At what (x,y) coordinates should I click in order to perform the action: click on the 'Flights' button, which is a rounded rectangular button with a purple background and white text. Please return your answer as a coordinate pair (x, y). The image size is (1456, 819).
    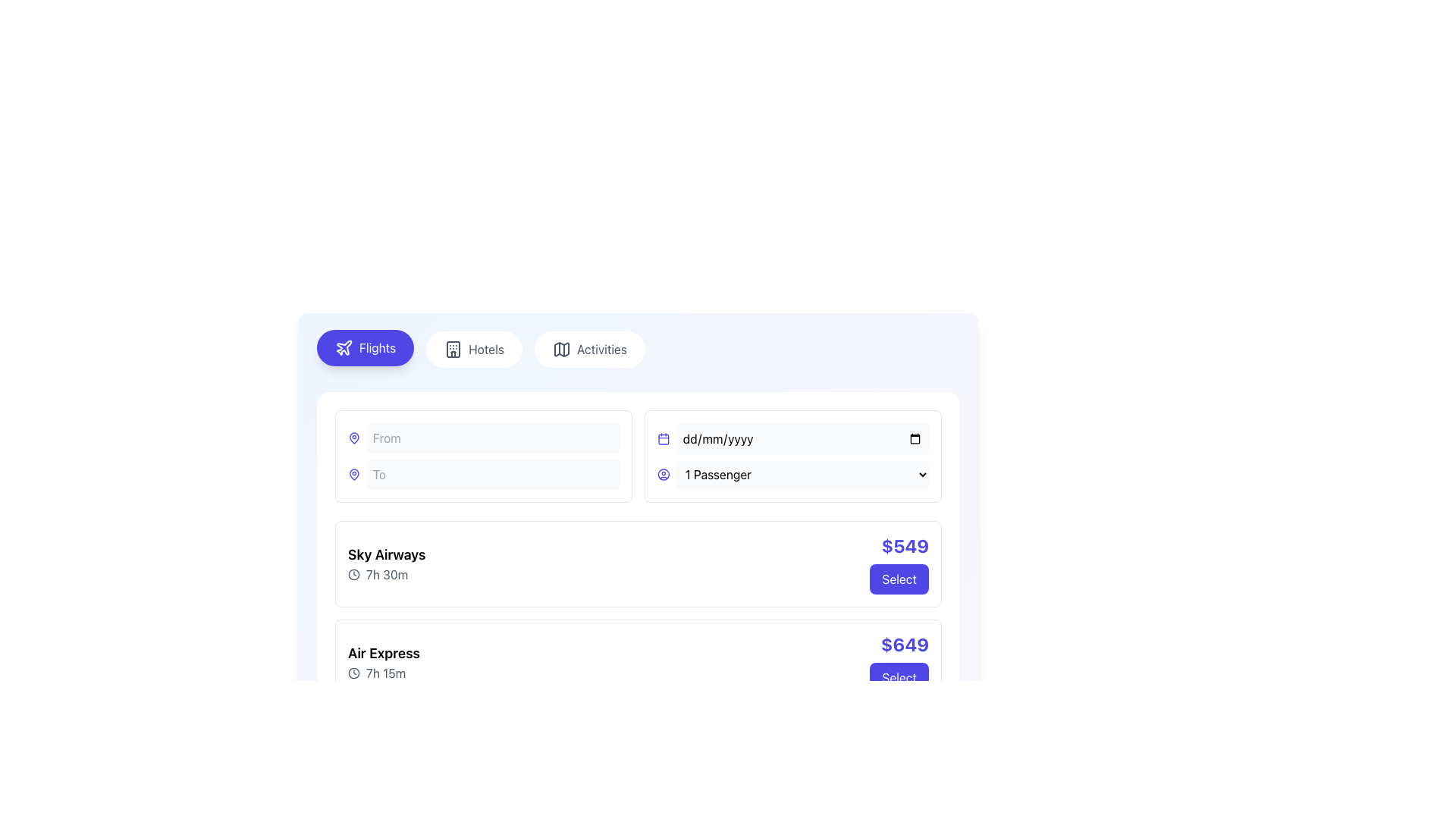
    Looking at the image, I should click on (366, 348).